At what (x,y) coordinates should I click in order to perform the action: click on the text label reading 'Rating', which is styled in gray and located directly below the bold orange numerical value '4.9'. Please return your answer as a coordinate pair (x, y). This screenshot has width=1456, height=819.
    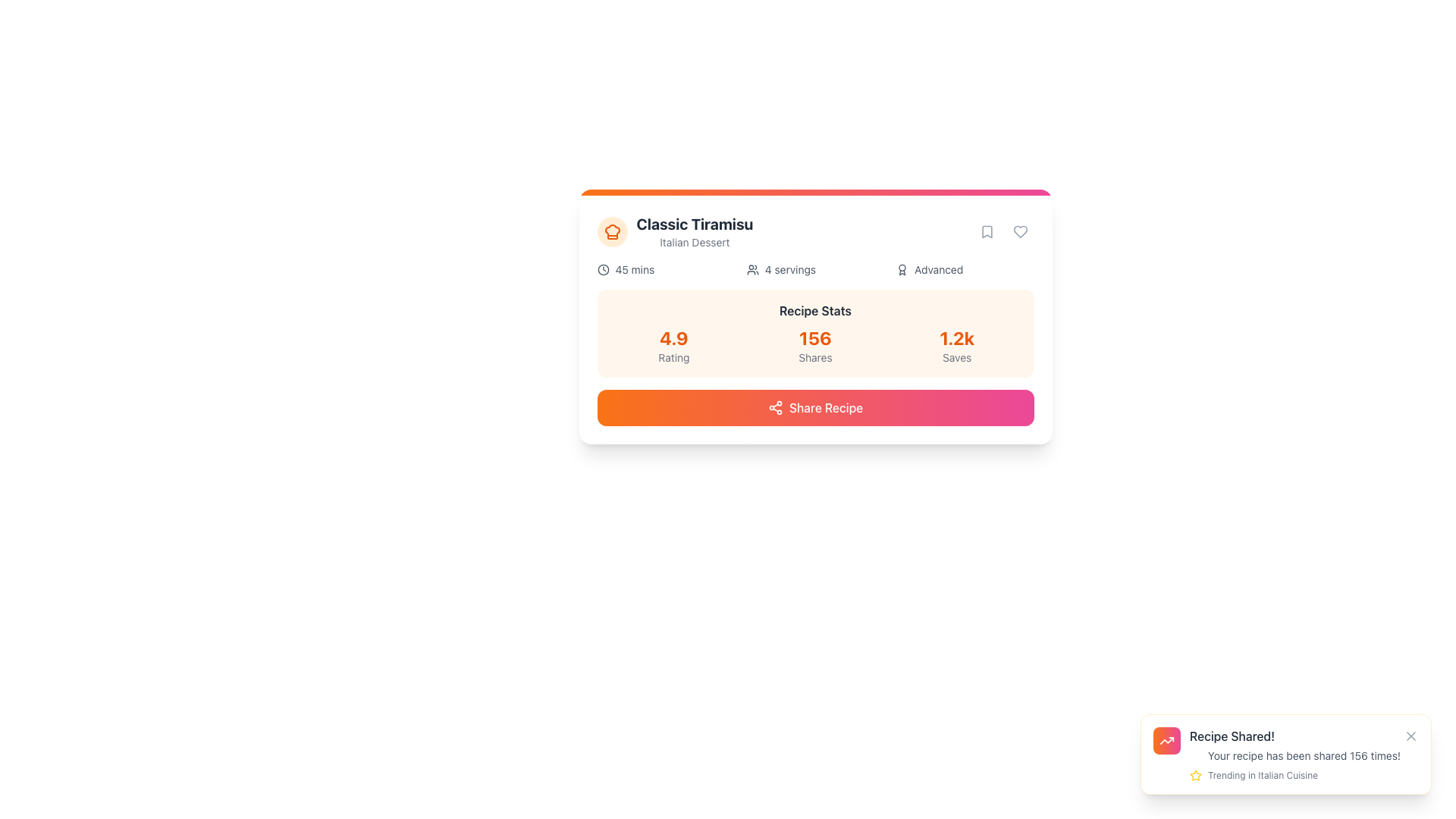
    Looking at the image, I should click on (673, 357).